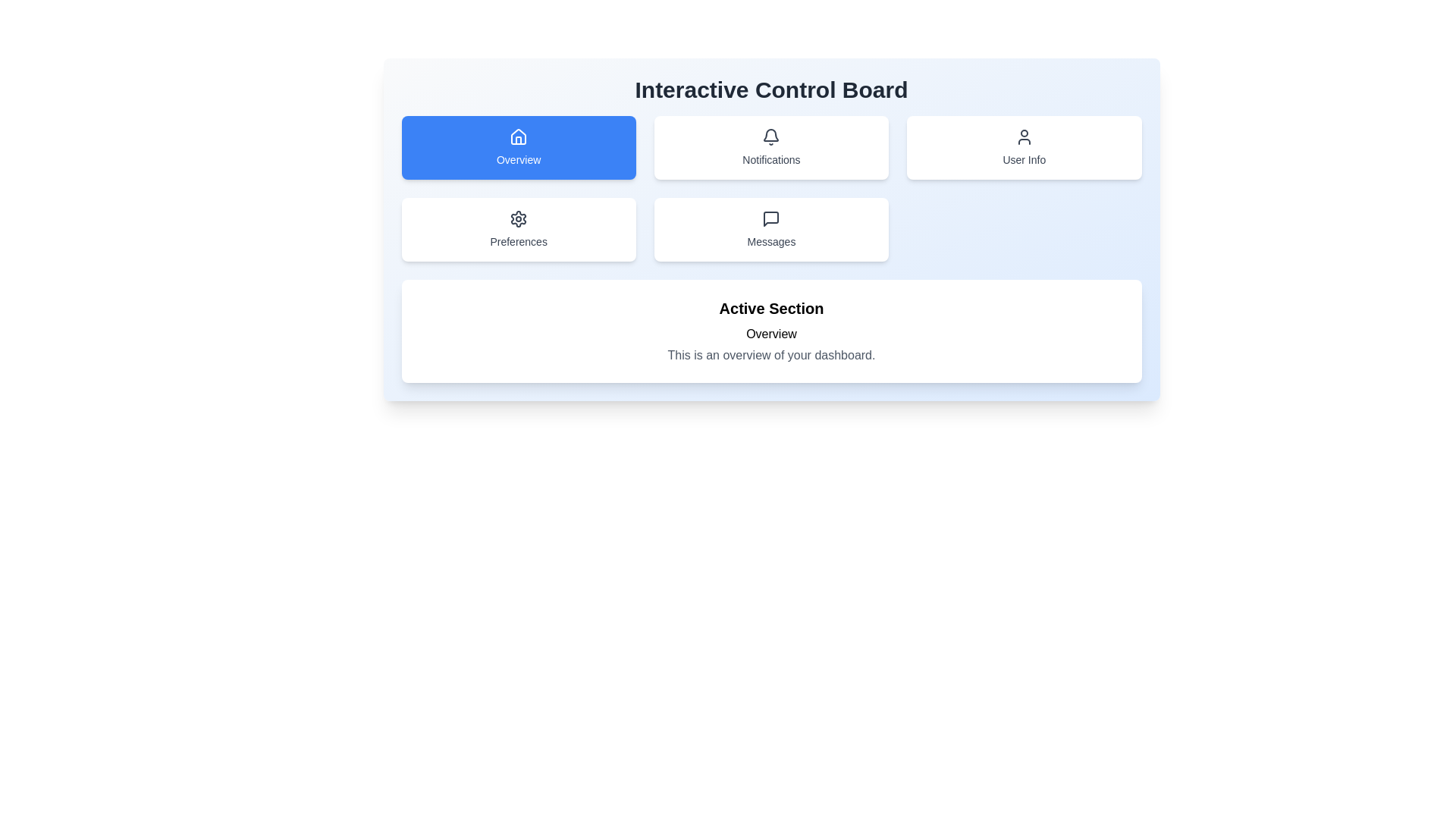 The image size is (1456, 819). What do you see at coordinates (519, 219) in the screenshot?
I see `the cogwheel icon in the Preferences button` at bounding box center [519, 219].